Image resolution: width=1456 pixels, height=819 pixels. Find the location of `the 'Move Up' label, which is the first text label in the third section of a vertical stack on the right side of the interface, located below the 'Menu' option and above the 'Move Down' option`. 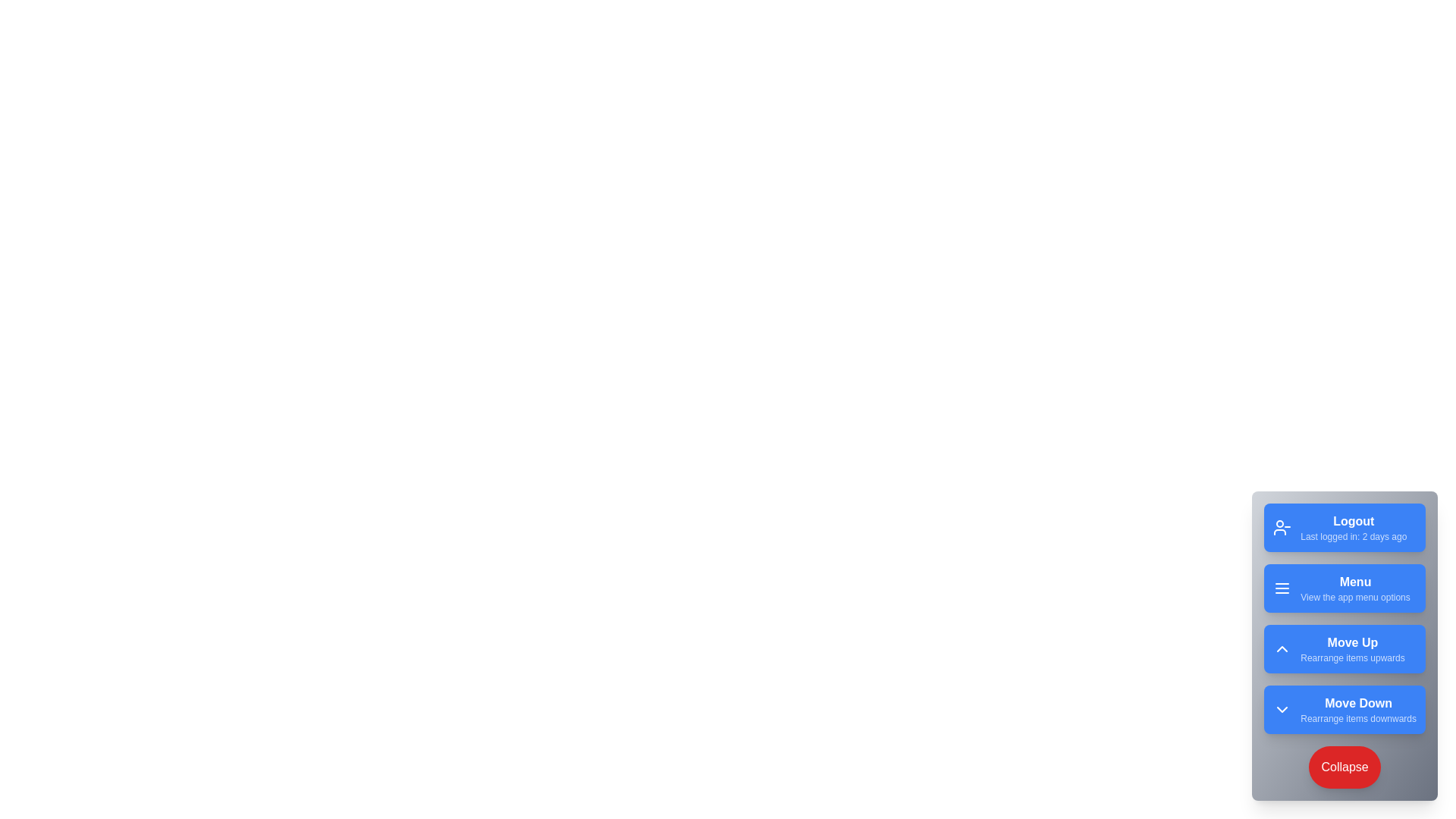

the 'Move Up' label, which is the first text label in the third section of a vertical stack on the right side of the interface, located below the 'Menu' option and above the 'Move Down' option is located at coordinates (1352, 643).